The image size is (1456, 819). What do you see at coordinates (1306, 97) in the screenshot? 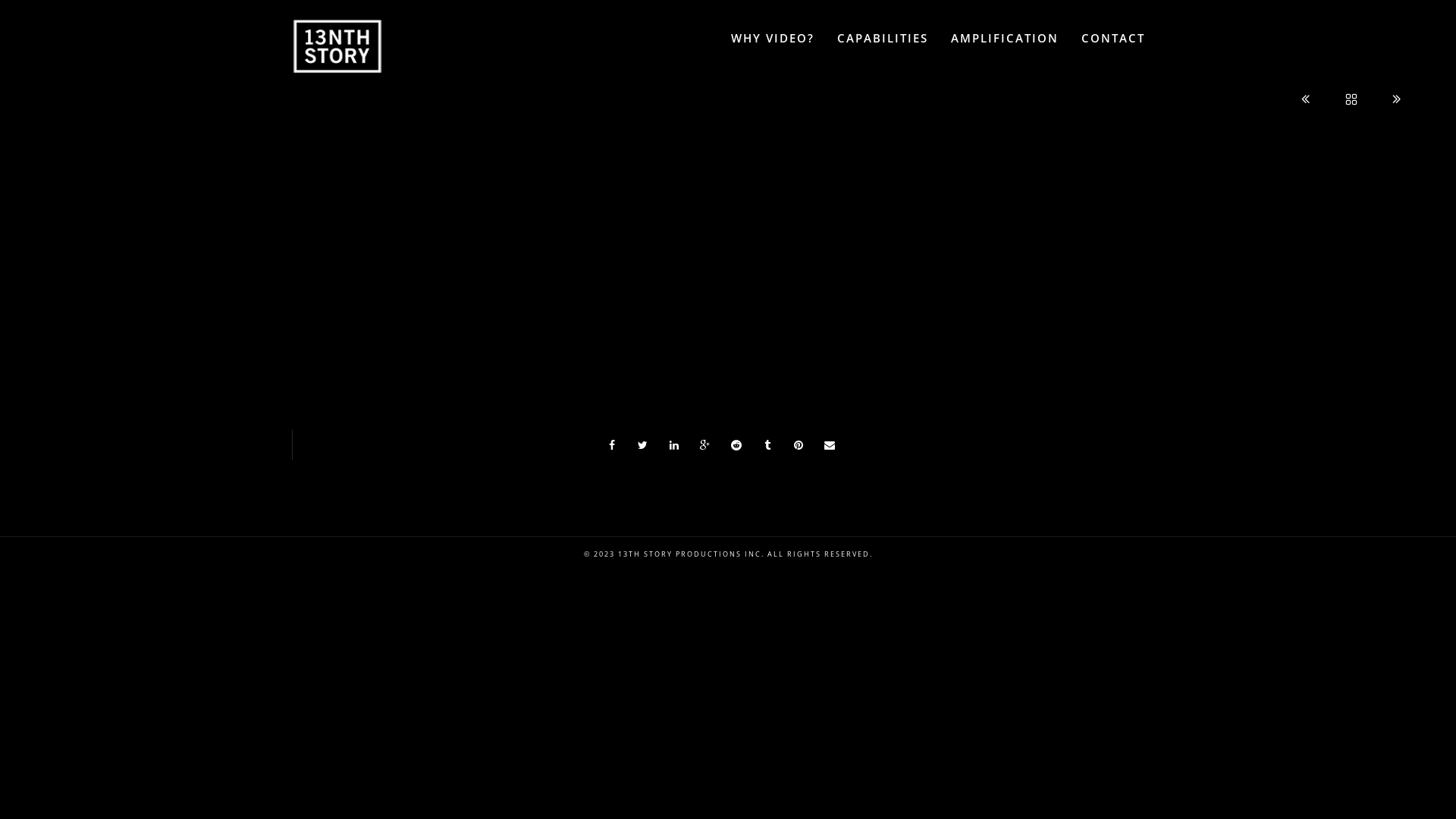
I see `'Previous'` at bounding box center [1306, 97].